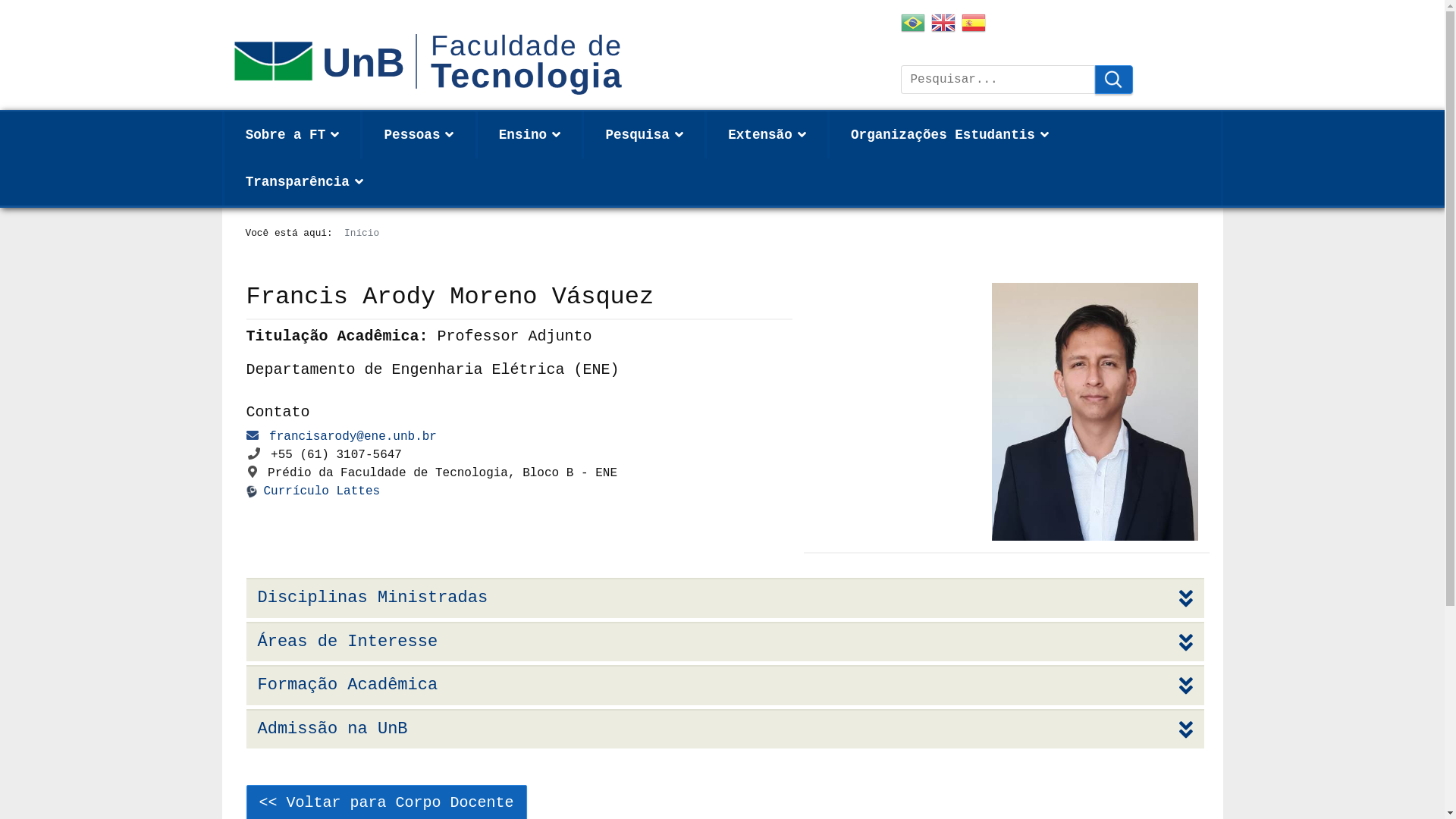 The height and width of the screenshot is (819, 1456). Describe the element at coordinates (901, 25) in the screenshot. I see `'Portuguese'` at that location.